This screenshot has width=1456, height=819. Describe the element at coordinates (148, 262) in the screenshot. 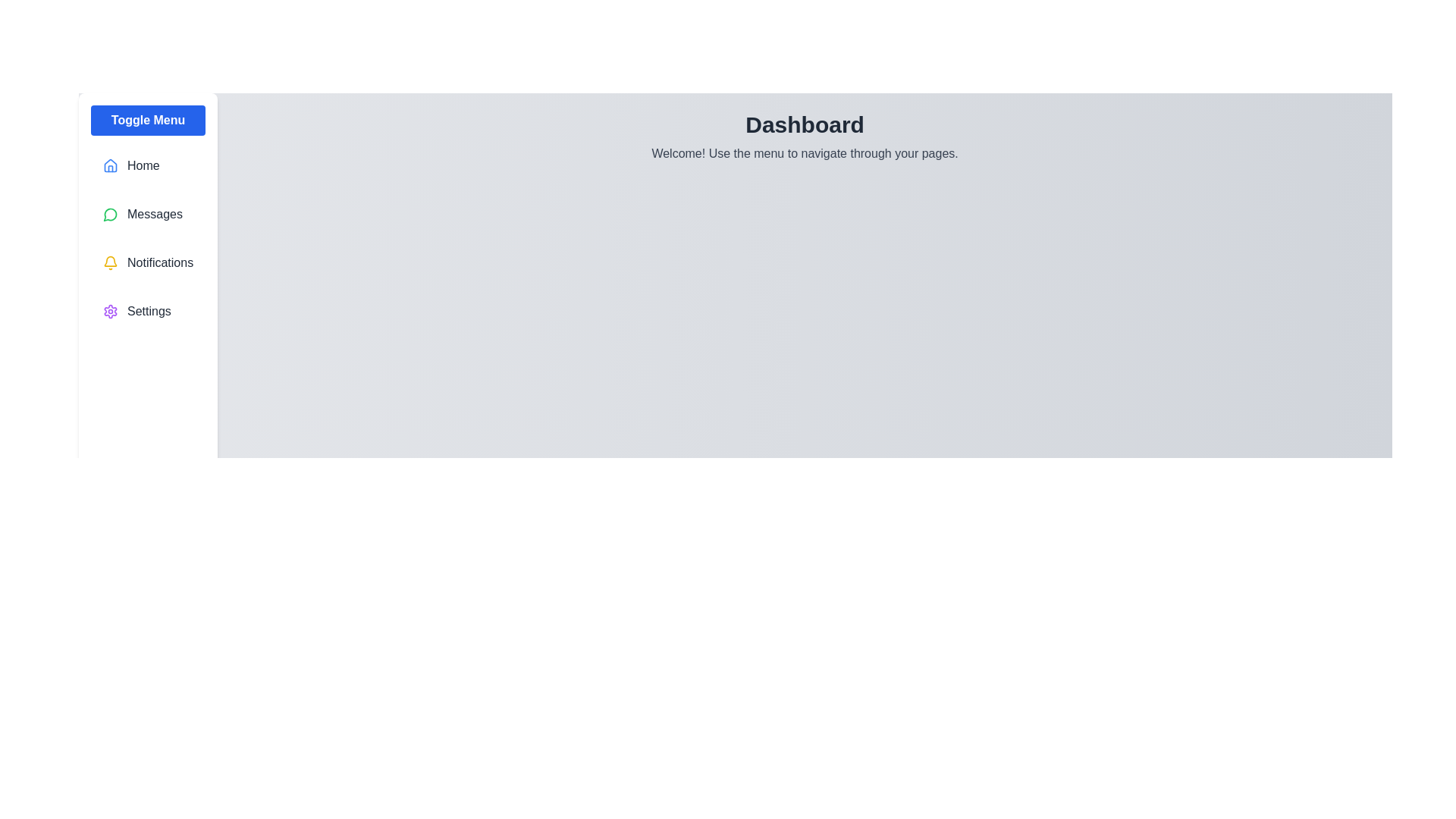

I see `the menu item labeled Notifications to observe the hover effect` at that location.